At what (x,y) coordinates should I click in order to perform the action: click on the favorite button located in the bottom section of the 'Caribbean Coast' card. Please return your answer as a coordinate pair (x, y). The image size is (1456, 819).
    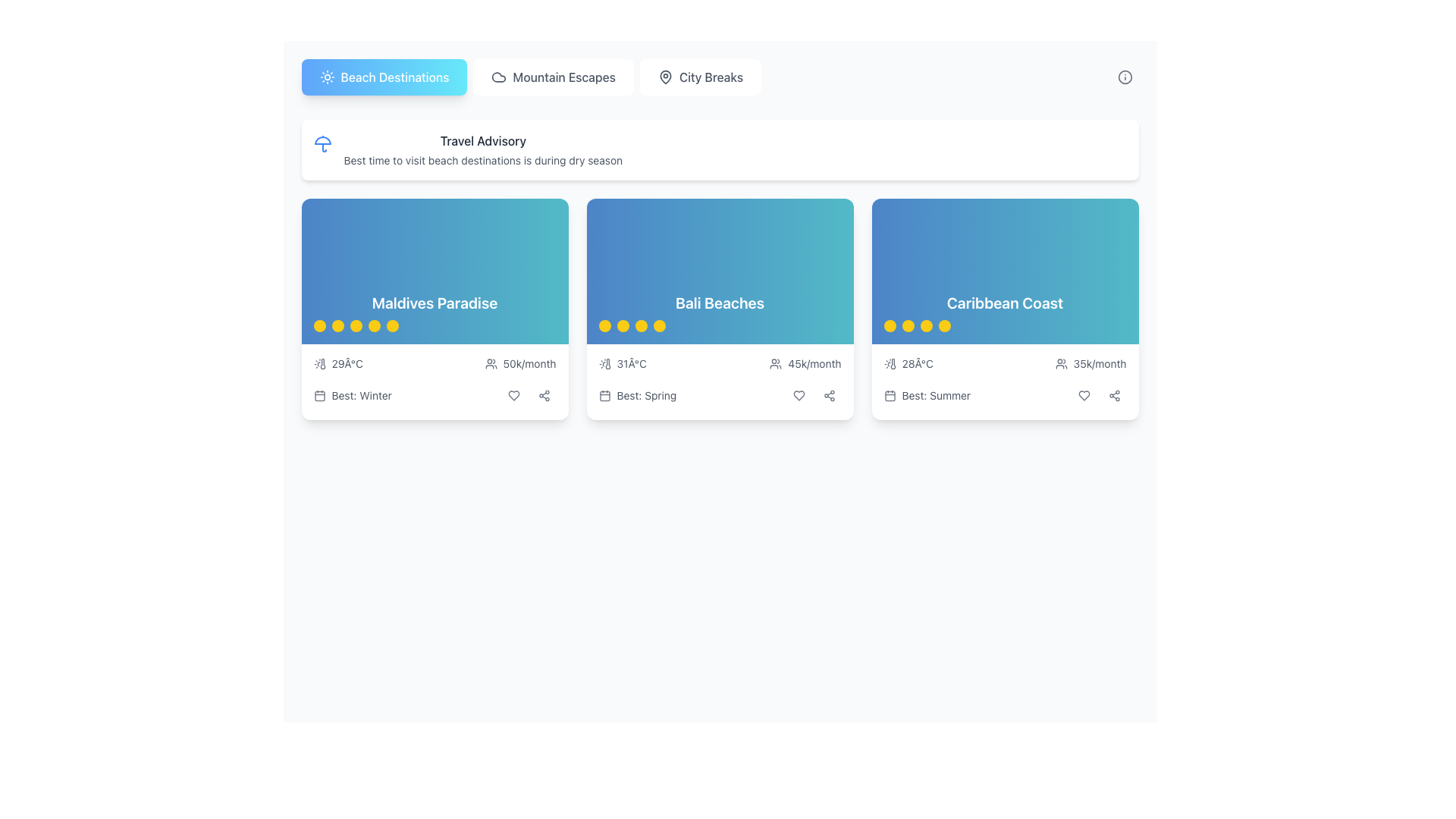
    Looking at the image, I should click on (1083, 394).